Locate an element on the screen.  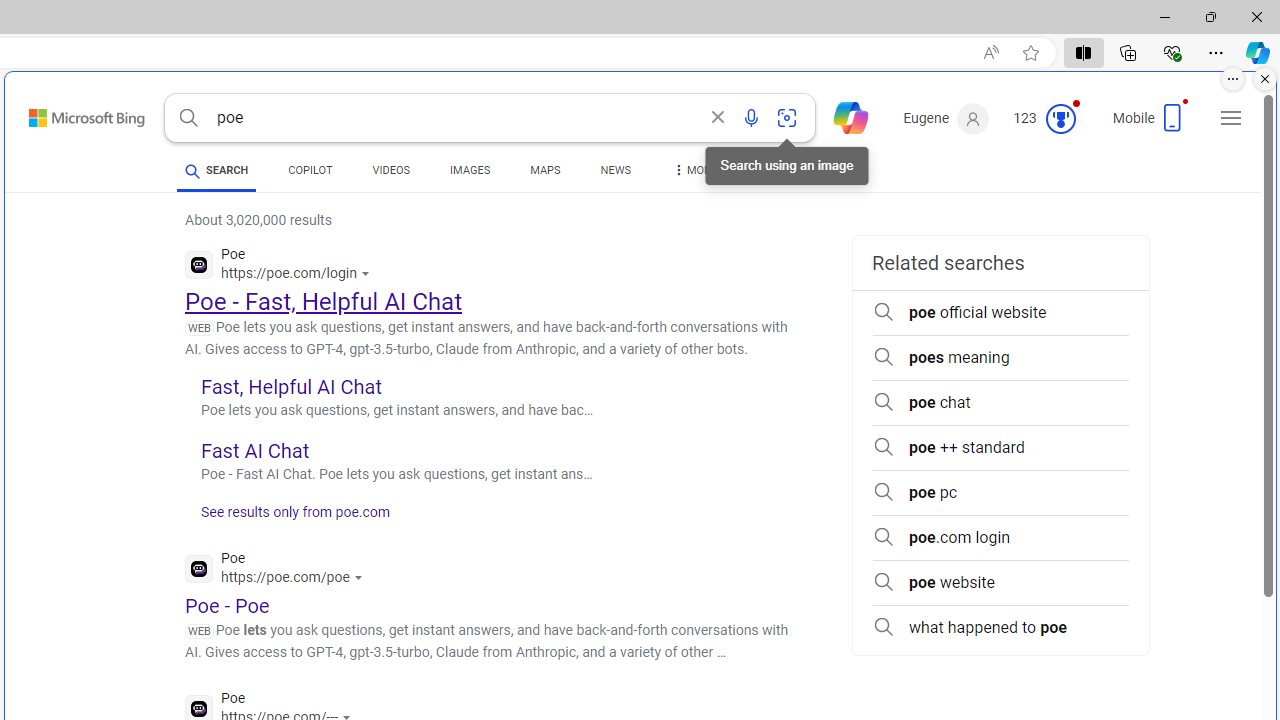
'VIDEOS' is located at coordinates (391, 170).